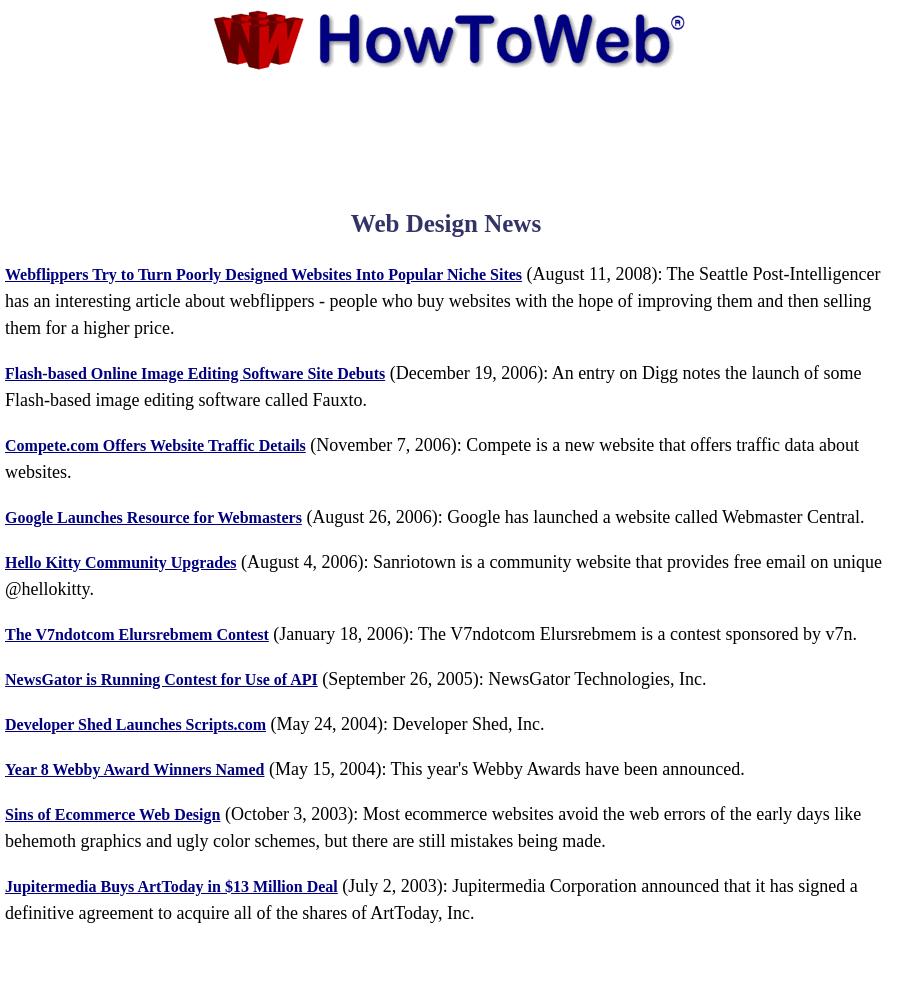  What do you see at coordinates (4, 812) in the screenshot?
I see `'Sins of Ecommerce Web Design'` at bounding box center [4, 812].